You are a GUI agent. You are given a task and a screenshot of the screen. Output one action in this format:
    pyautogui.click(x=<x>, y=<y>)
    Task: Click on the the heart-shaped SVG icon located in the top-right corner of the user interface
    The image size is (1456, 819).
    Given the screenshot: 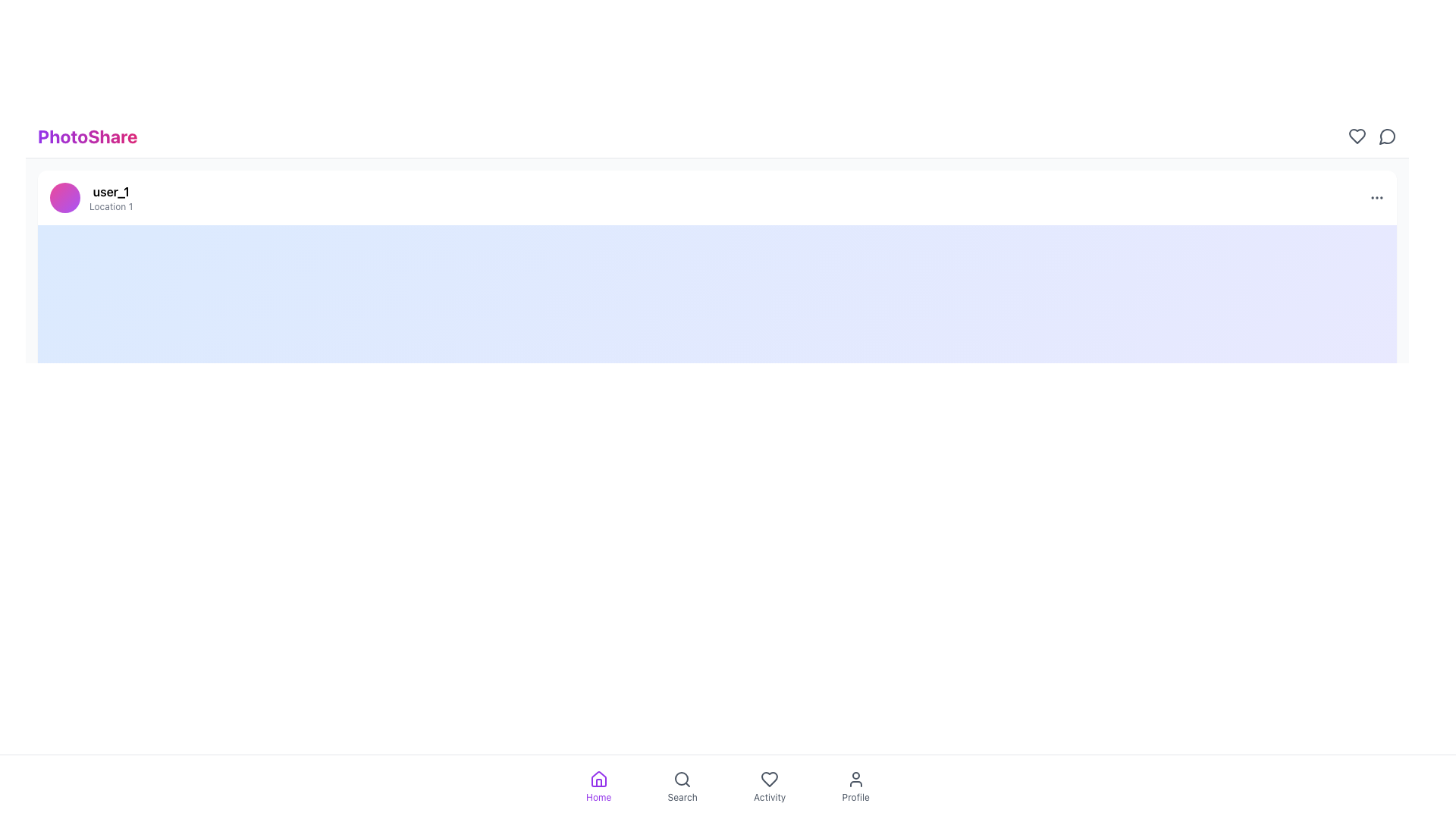 What is the action you would take?
    pyautogui.click(x=1357, y=136)
    